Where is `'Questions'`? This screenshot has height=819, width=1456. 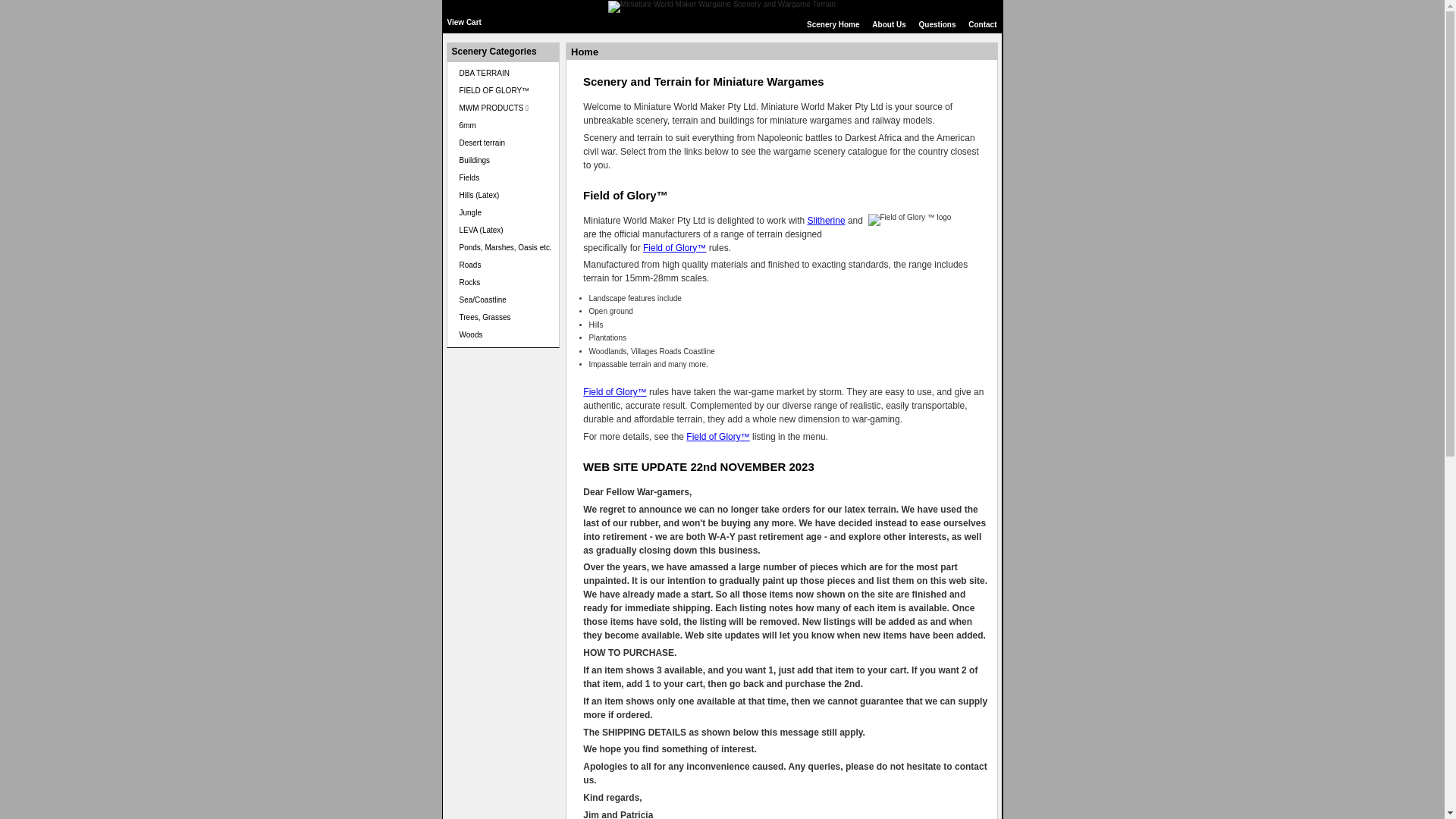 'Questions' is located at coordinates (937, 24).